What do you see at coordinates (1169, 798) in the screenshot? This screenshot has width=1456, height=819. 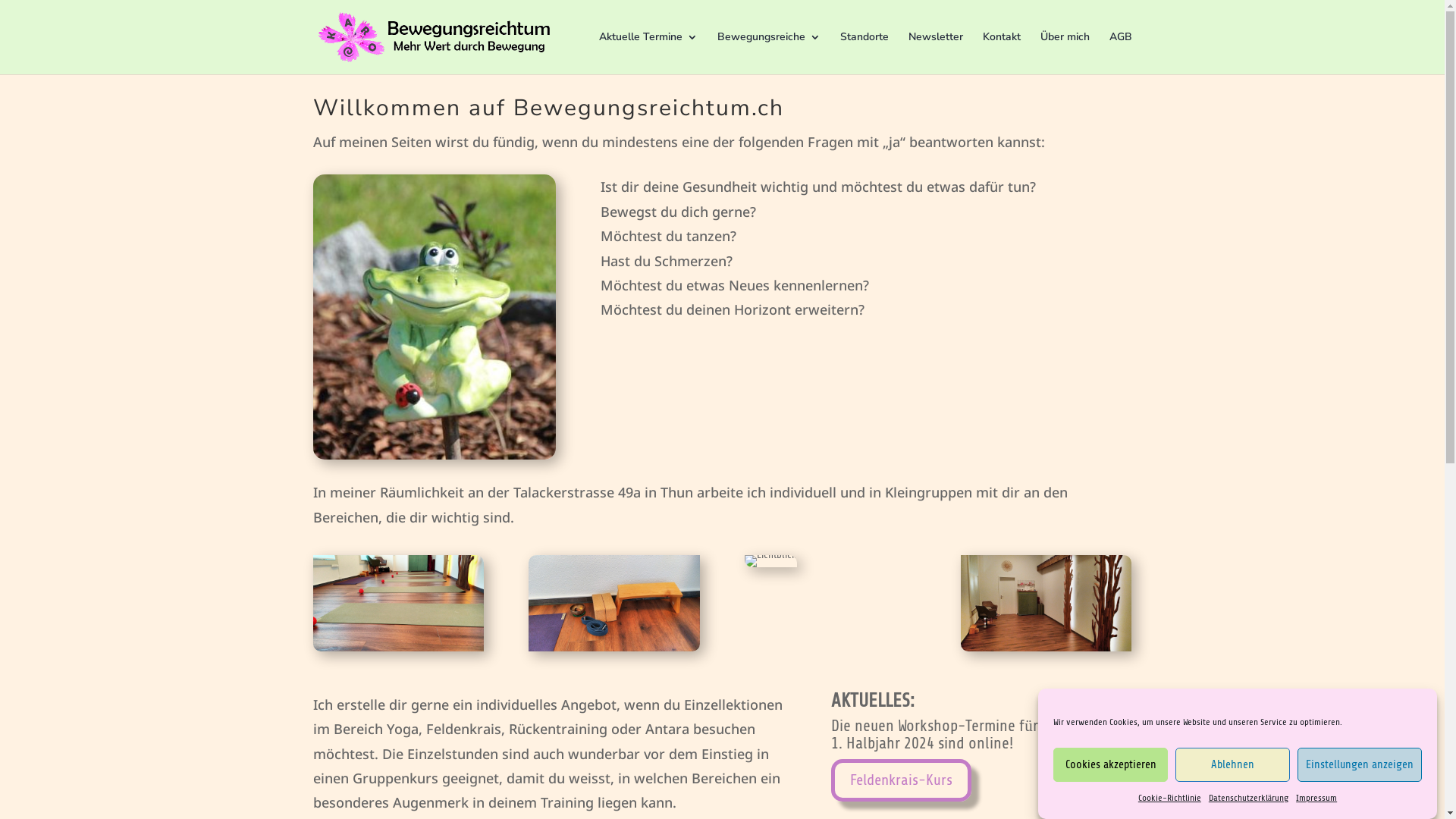 I see `'Cookie-Richtlinie'` at bounding box center [1169, 798].